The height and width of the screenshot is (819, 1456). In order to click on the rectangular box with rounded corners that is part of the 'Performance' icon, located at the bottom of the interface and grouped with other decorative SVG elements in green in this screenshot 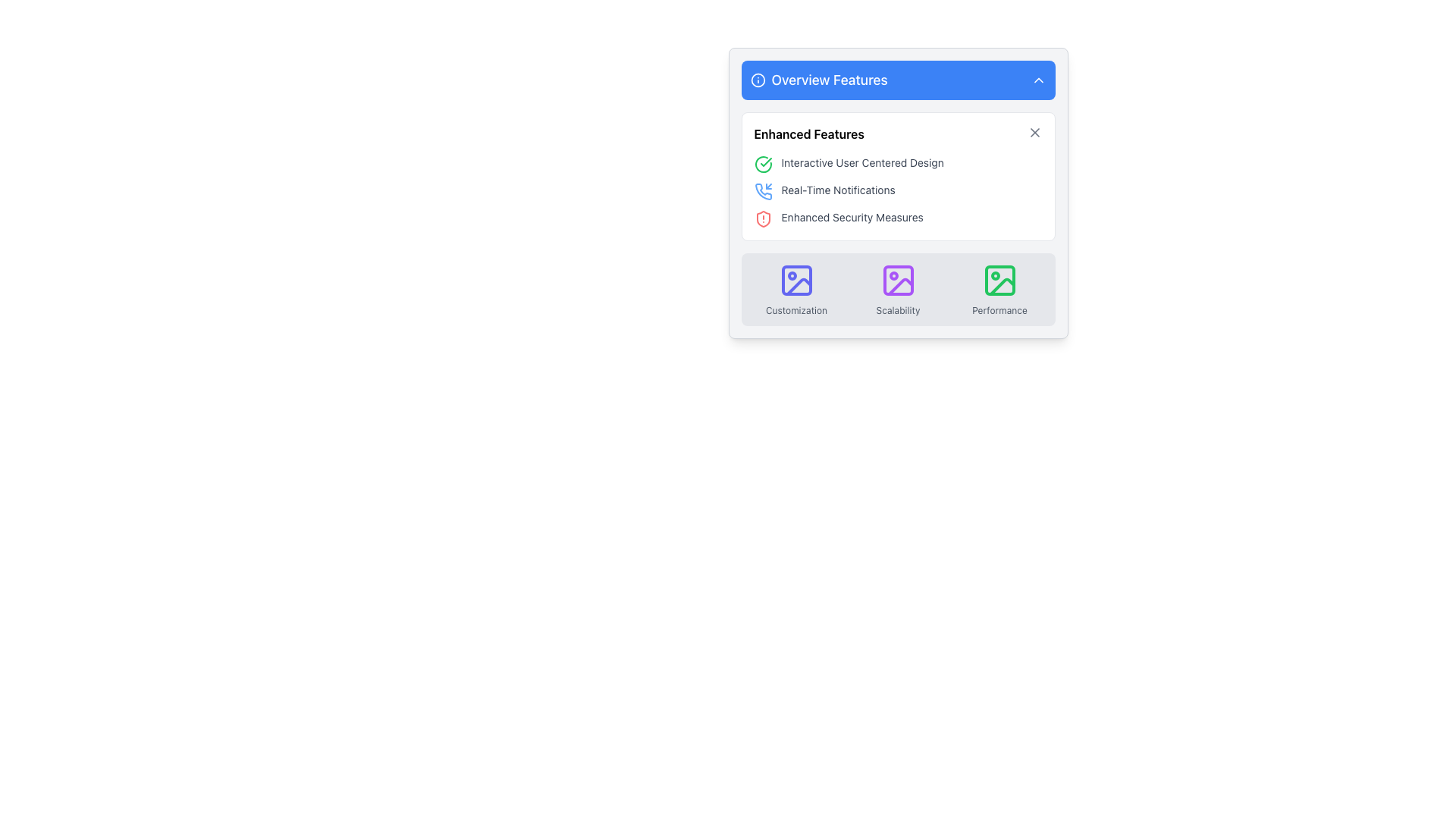, I will do `click(999, 281)`.